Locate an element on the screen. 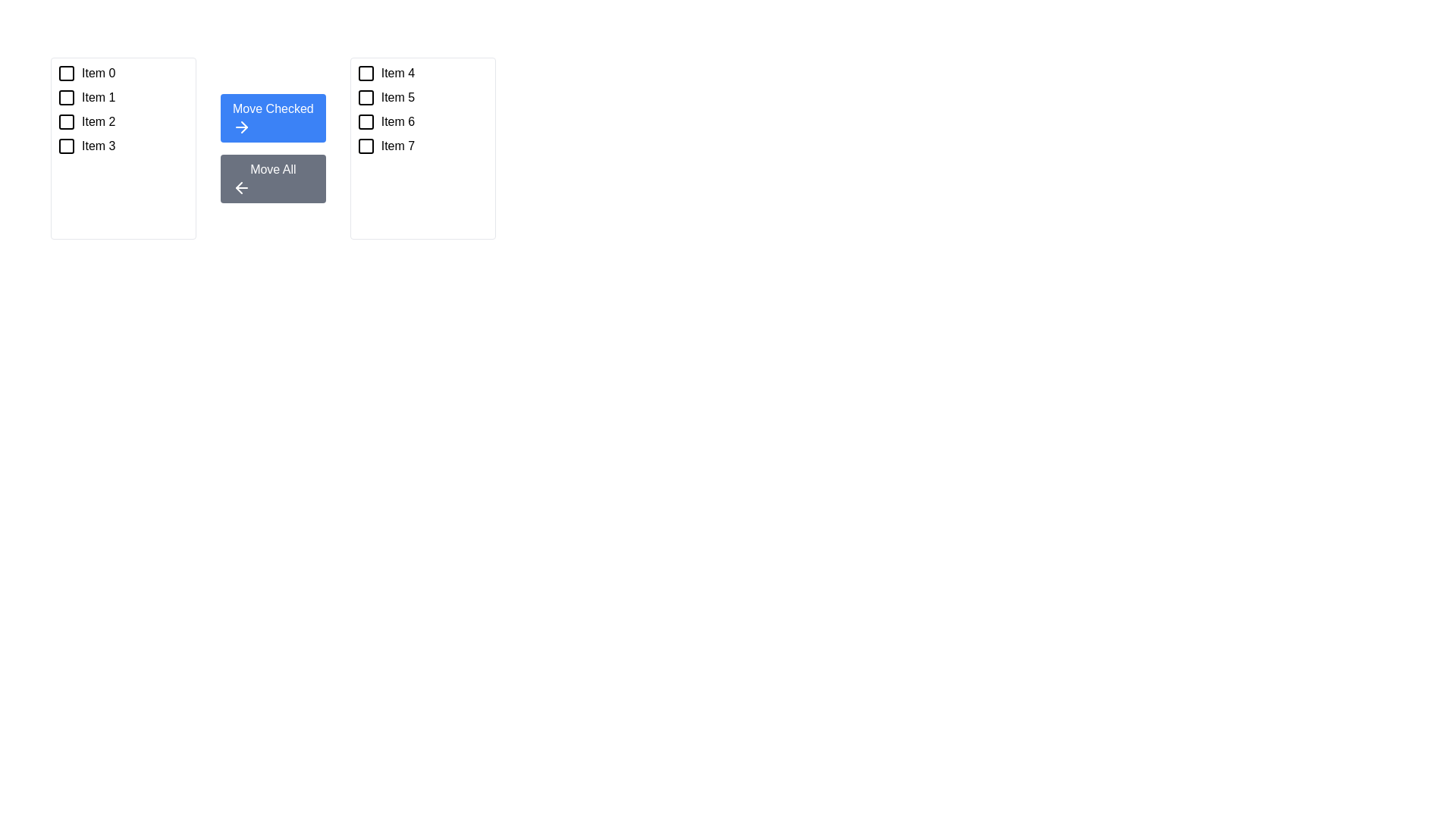 This screenshot has width=1456, height=819. the graphical square representing the checkbox for 'Item 0', which is located in the leftmost column of the list is located at coordinates (65, 73).